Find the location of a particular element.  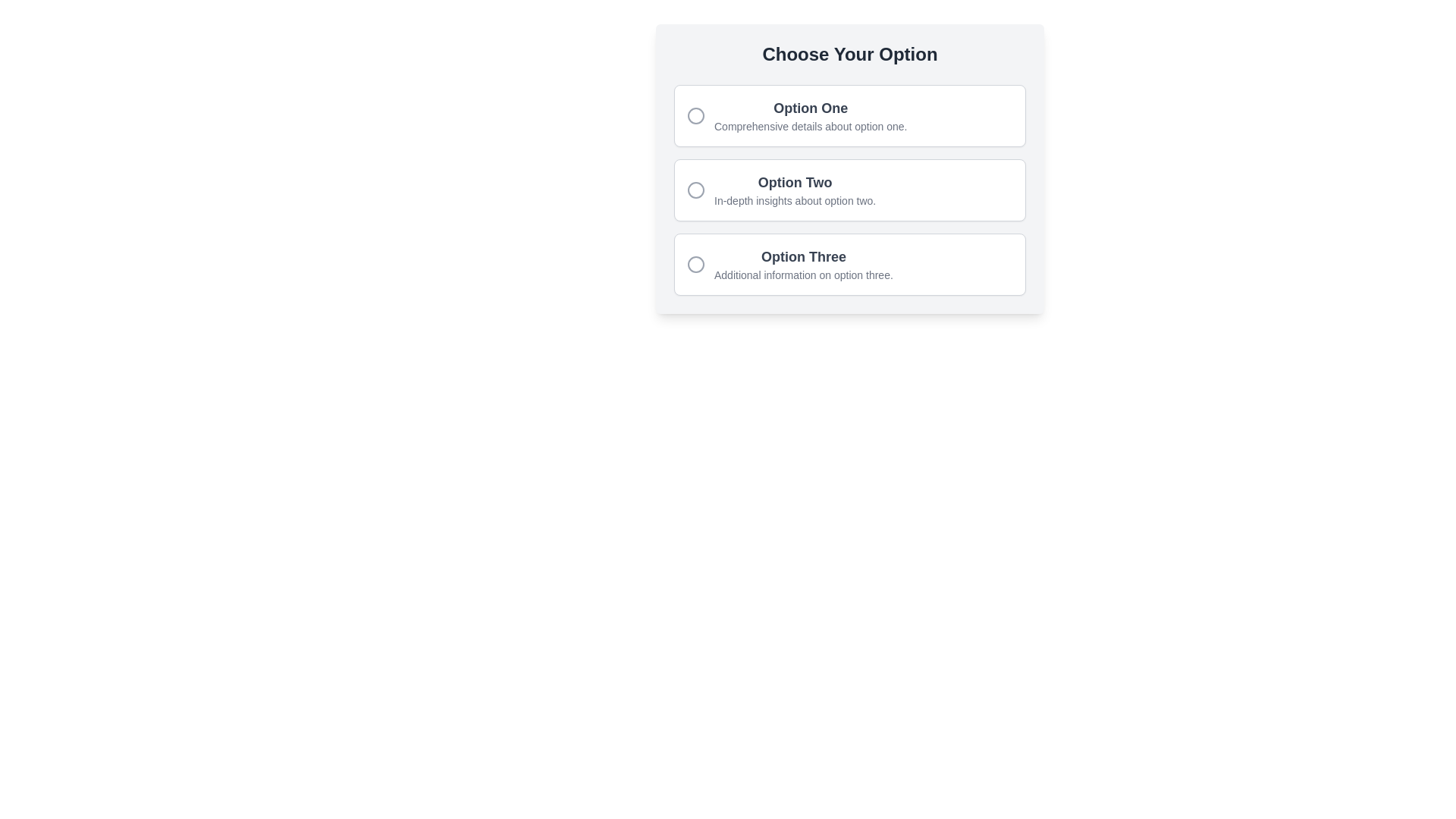

the circular Radio Button Indicator located to the left of the text 'Option Two' is located at coordinates (695, 189).